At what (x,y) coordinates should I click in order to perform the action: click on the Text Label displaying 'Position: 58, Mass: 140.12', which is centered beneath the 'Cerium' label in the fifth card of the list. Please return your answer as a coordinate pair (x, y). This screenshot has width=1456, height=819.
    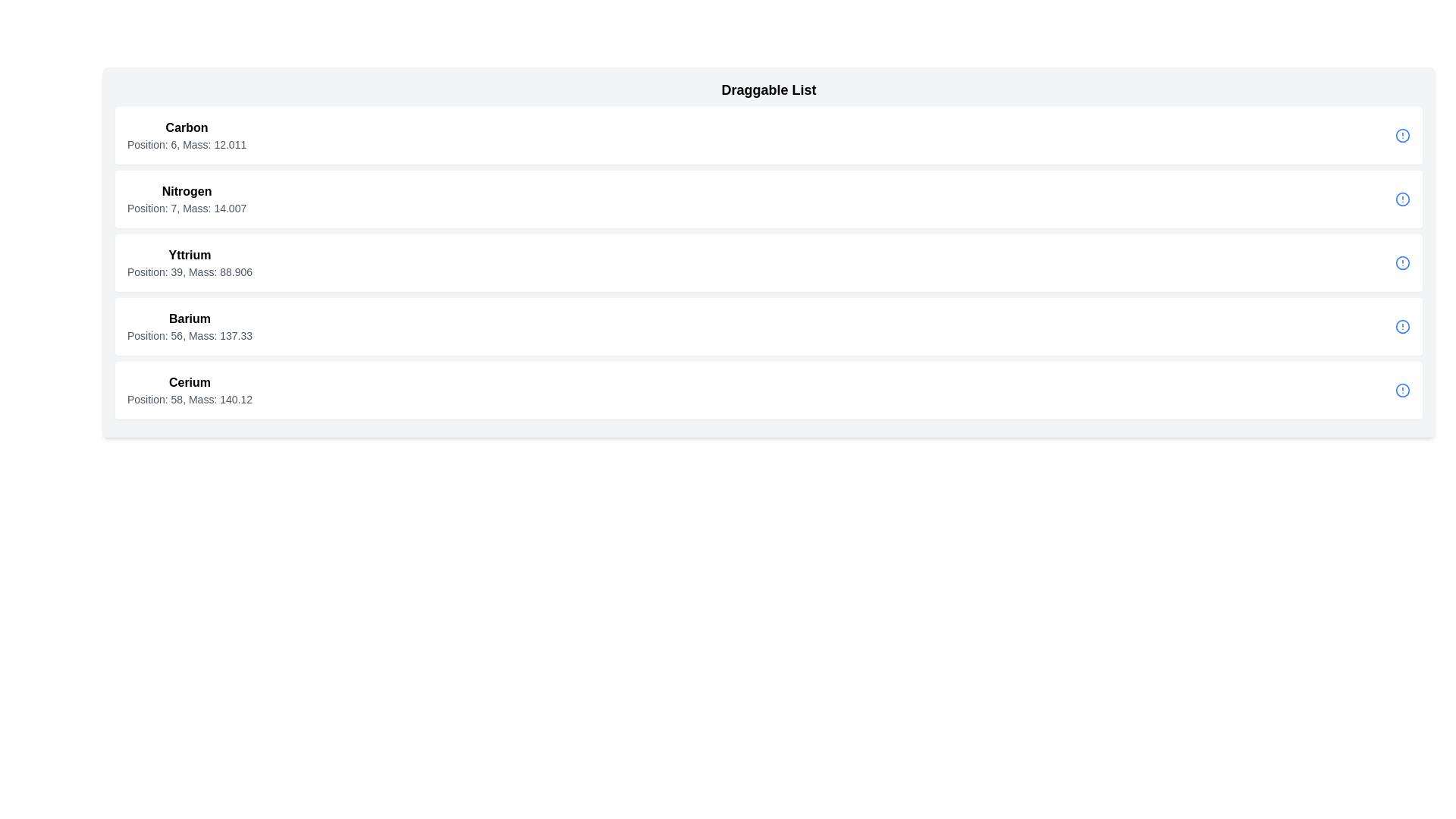
    Looking at the image, I should click on (189, 399).